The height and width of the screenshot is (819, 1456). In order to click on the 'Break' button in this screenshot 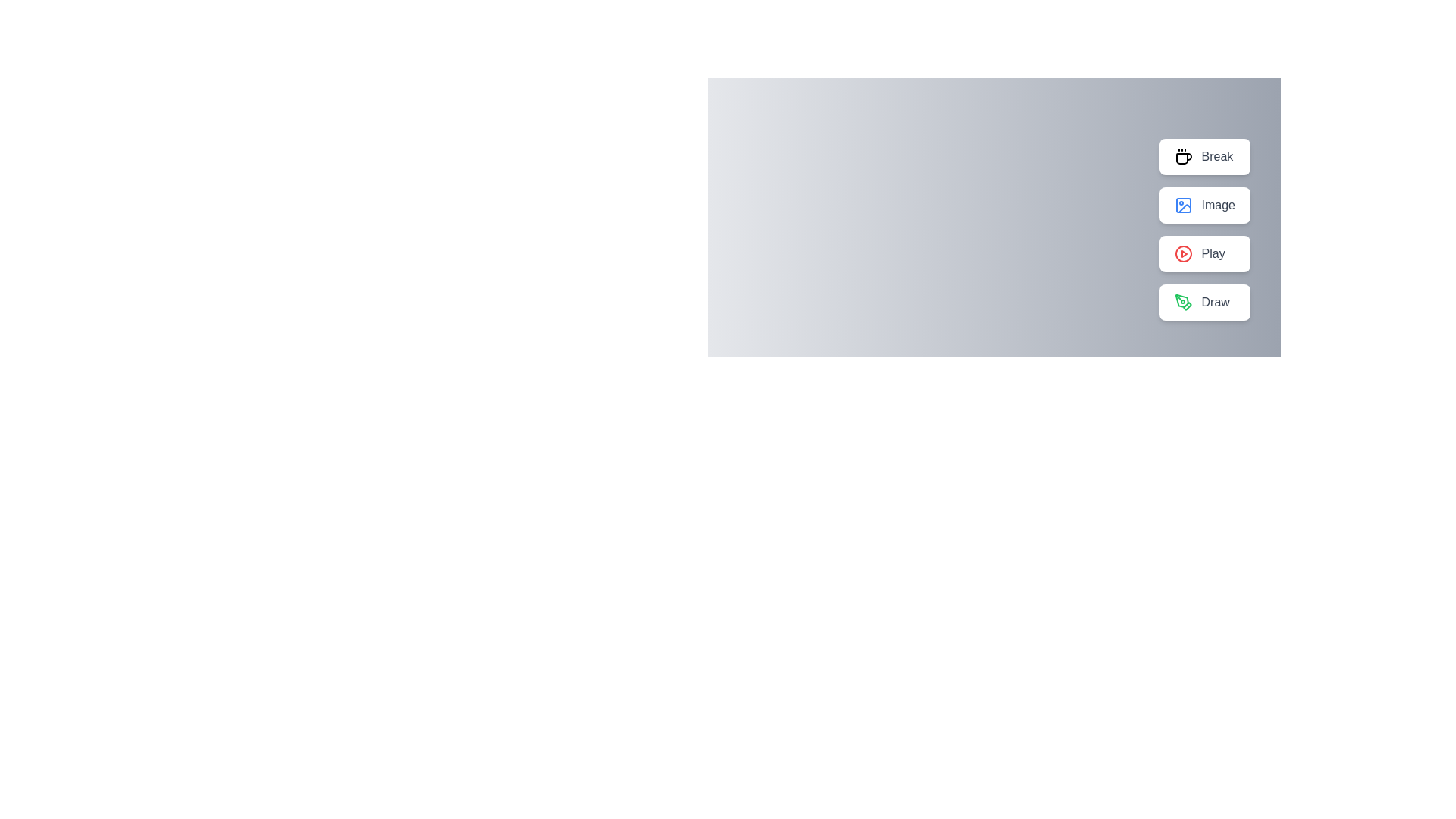, I will do `click(1203, 157)`.